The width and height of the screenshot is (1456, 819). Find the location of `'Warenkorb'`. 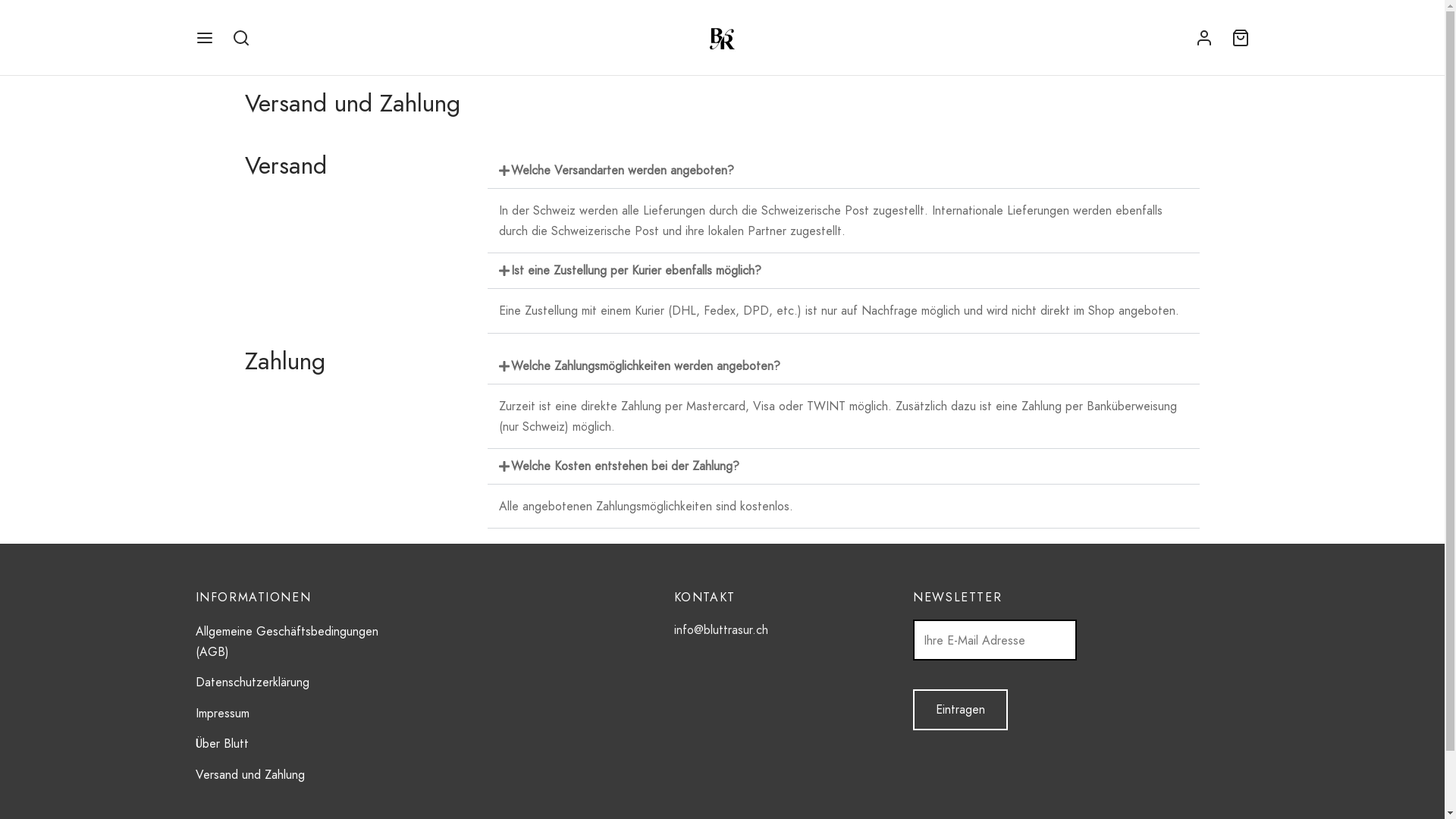

'Warenkorb' is located at coordinates (1241, 37).